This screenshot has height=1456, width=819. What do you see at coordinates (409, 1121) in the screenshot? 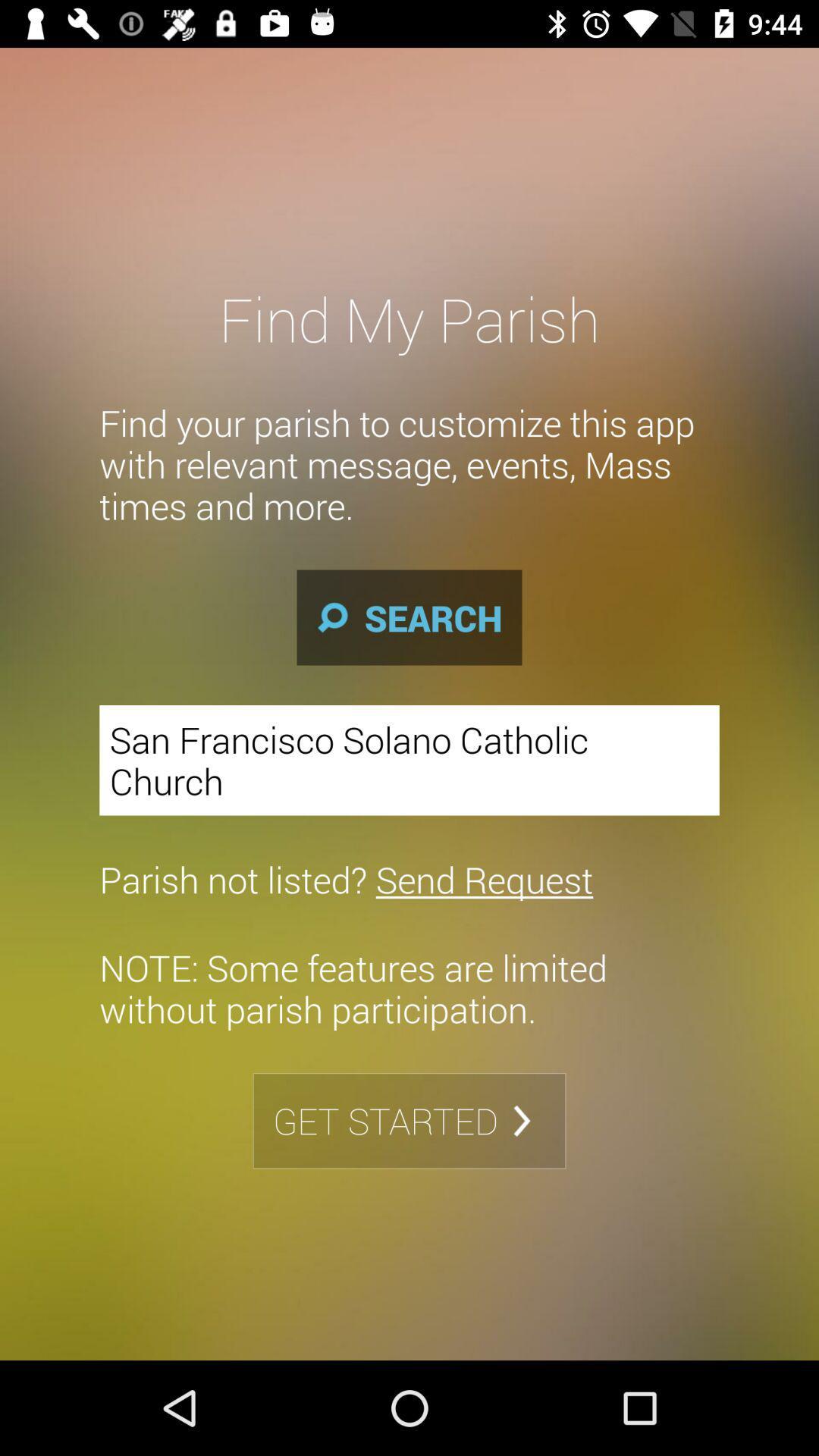
I see `get started item` at bounding box center [409, 1121].